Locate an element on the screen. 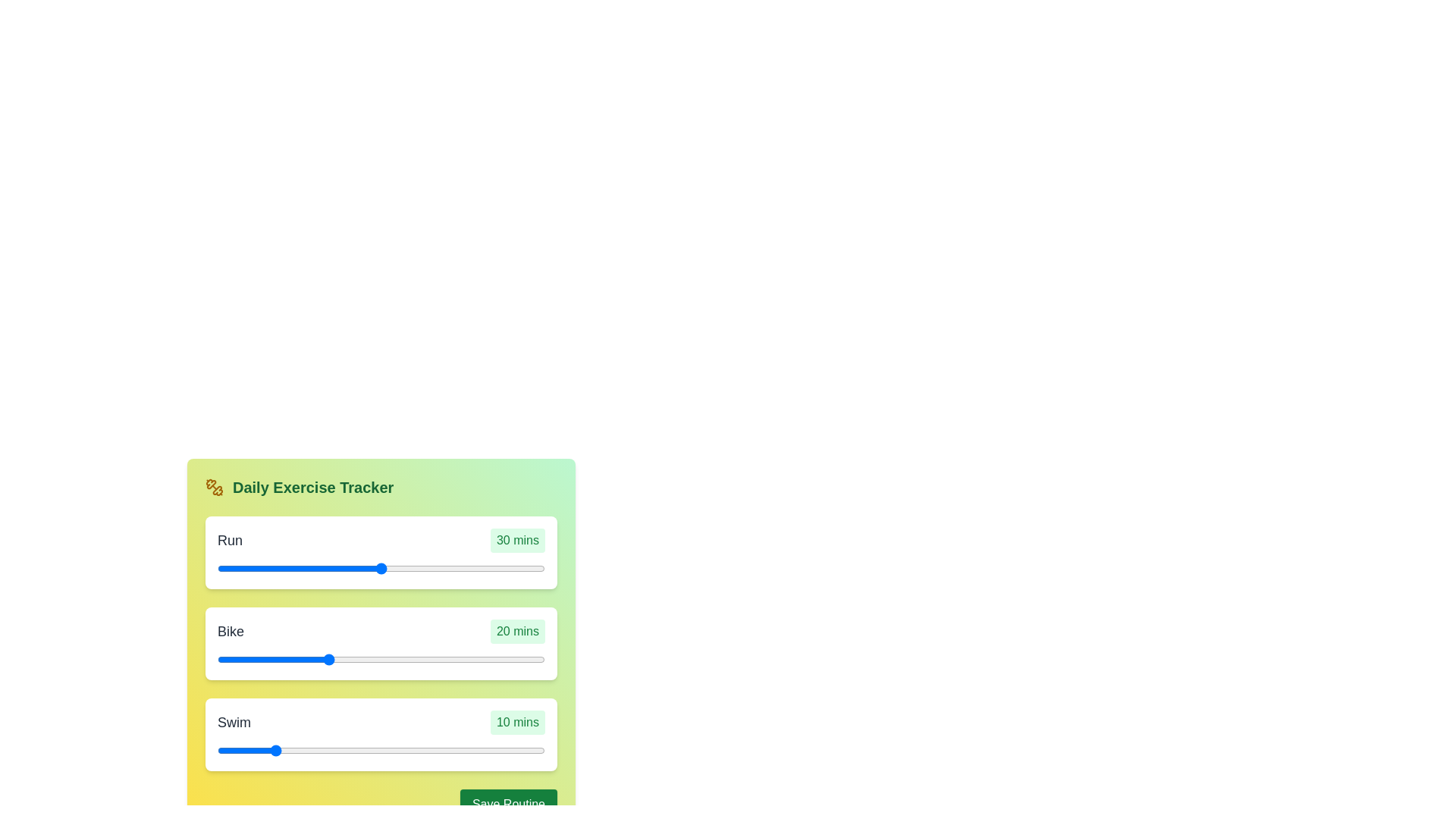  the 'Save Routine' button is located at coordinates (509, 803).